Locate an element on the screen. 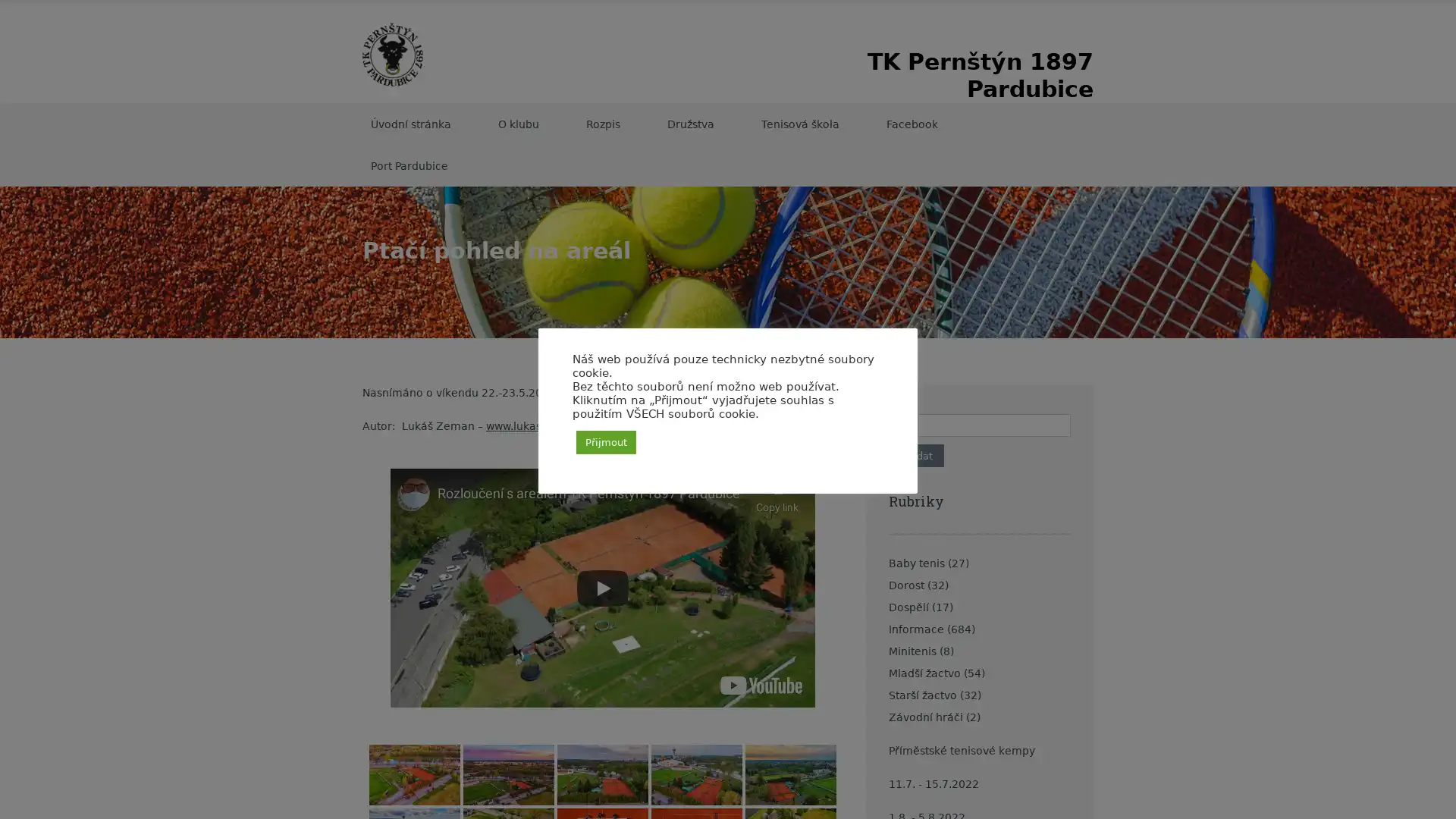  Hledat is located at coordinates (915, 455).